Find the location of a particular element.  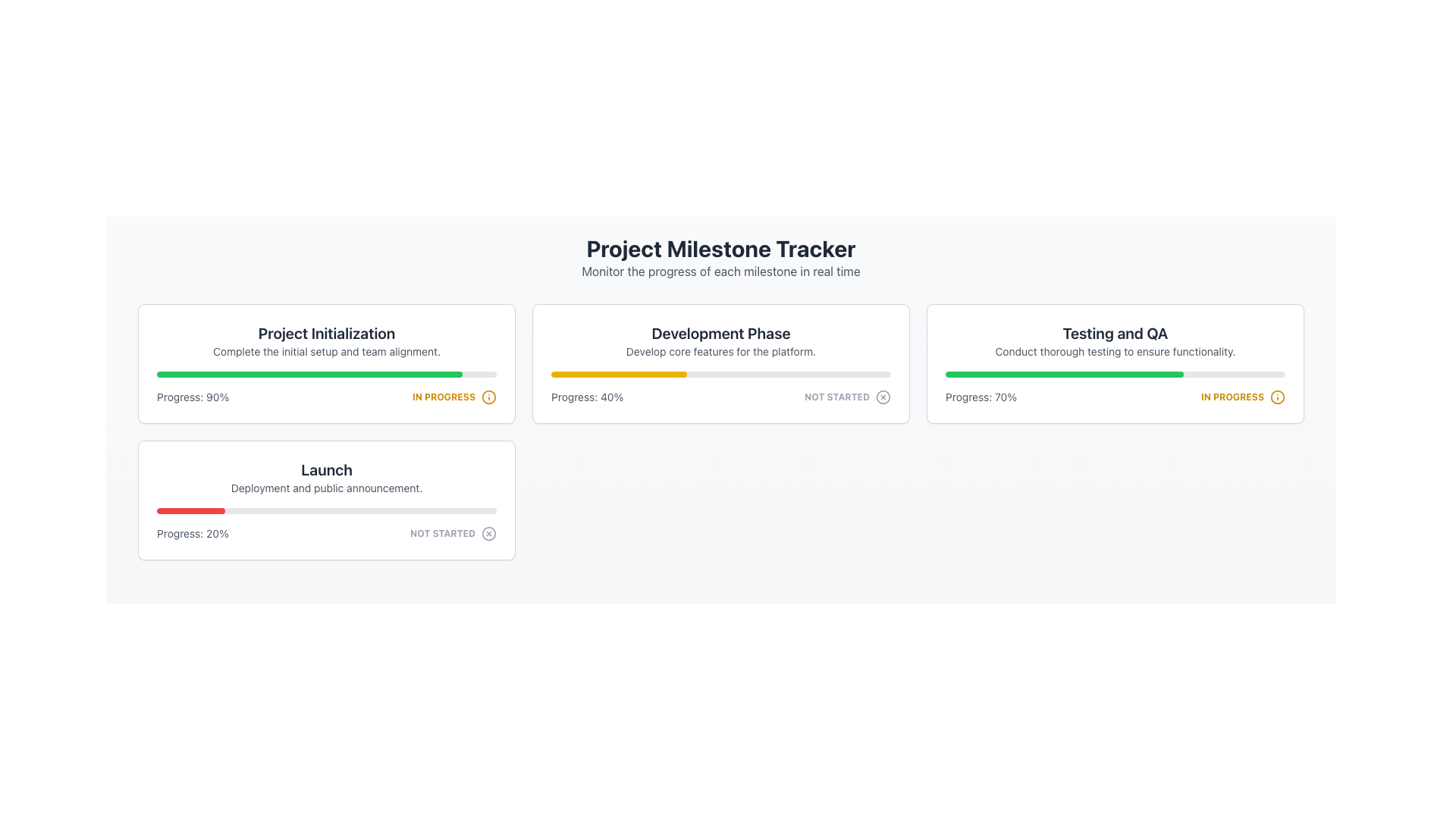

the text display element providing information about the milestone titled 'Launch', which is positioned in the center of the third milestone card on the left row of the interface is located at coordinates (326, 476).